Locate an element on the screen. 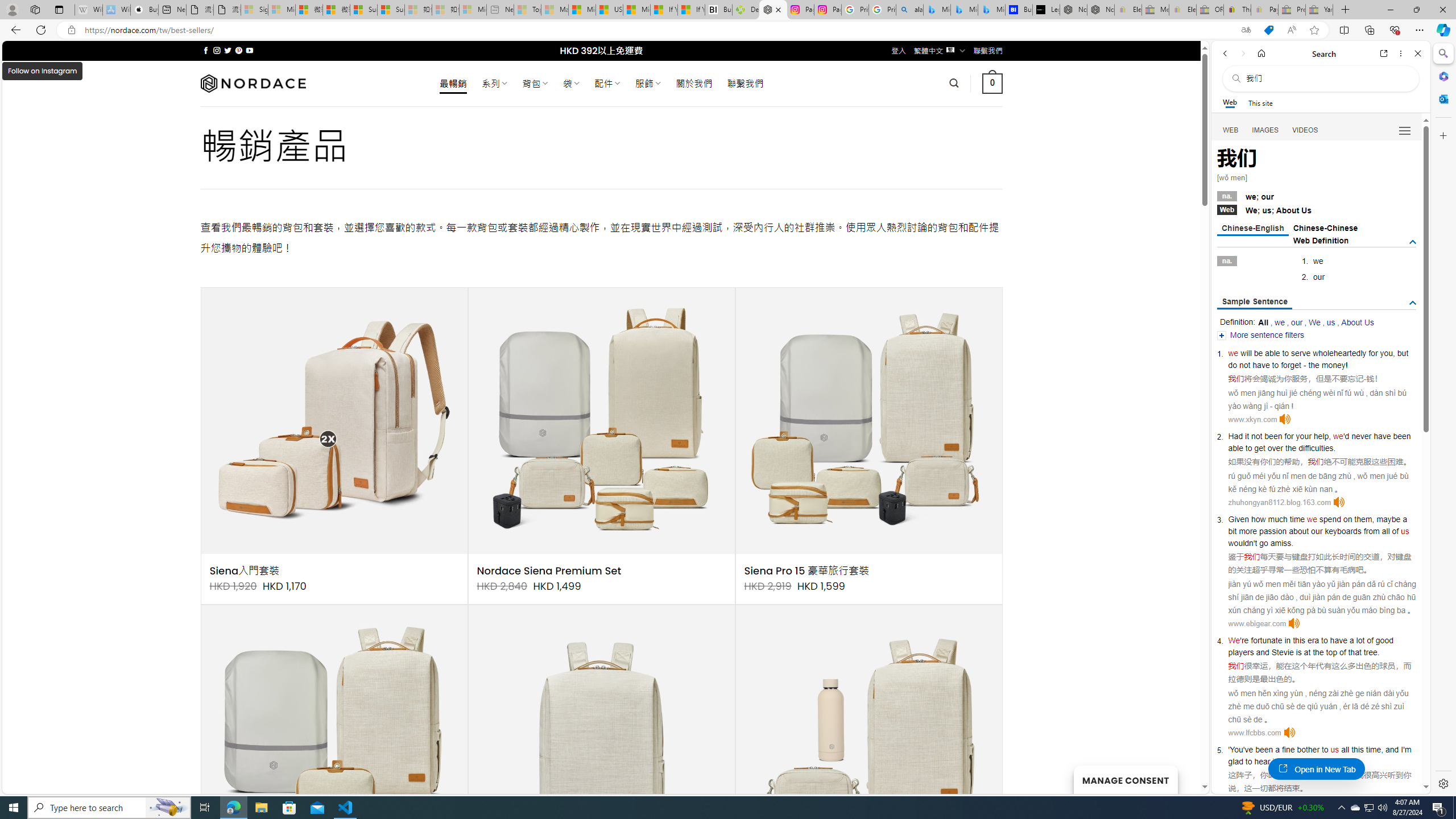 The width and height of the screenshot is (1456, 819). 'us' is located at coordinates (1335, 749).